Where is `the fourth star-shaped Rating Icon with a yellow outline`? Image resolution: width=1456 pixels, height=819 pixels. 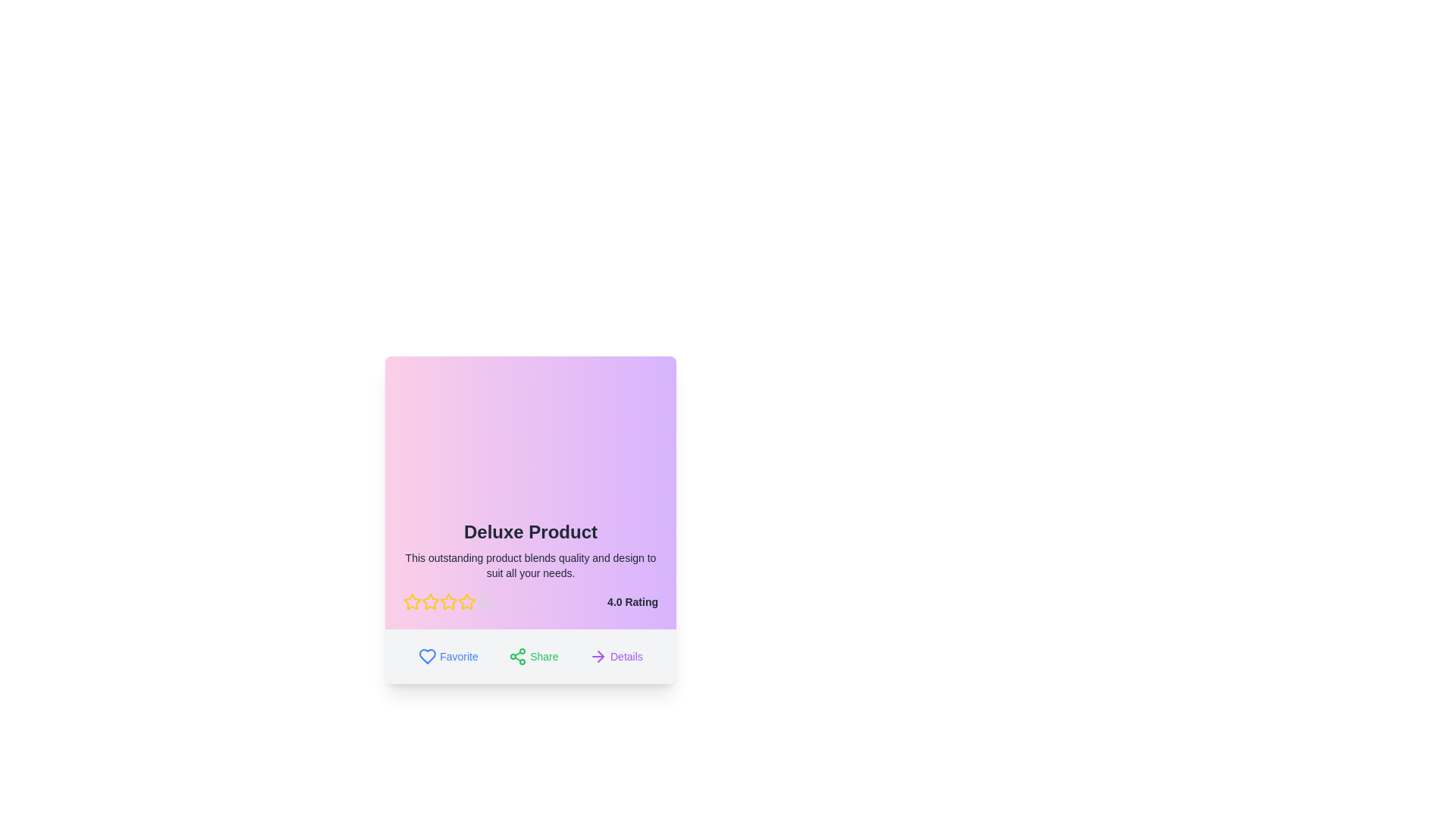
the fourth star-shaped Rating Icon with a yellow outline is located at coordinates (447, 601).